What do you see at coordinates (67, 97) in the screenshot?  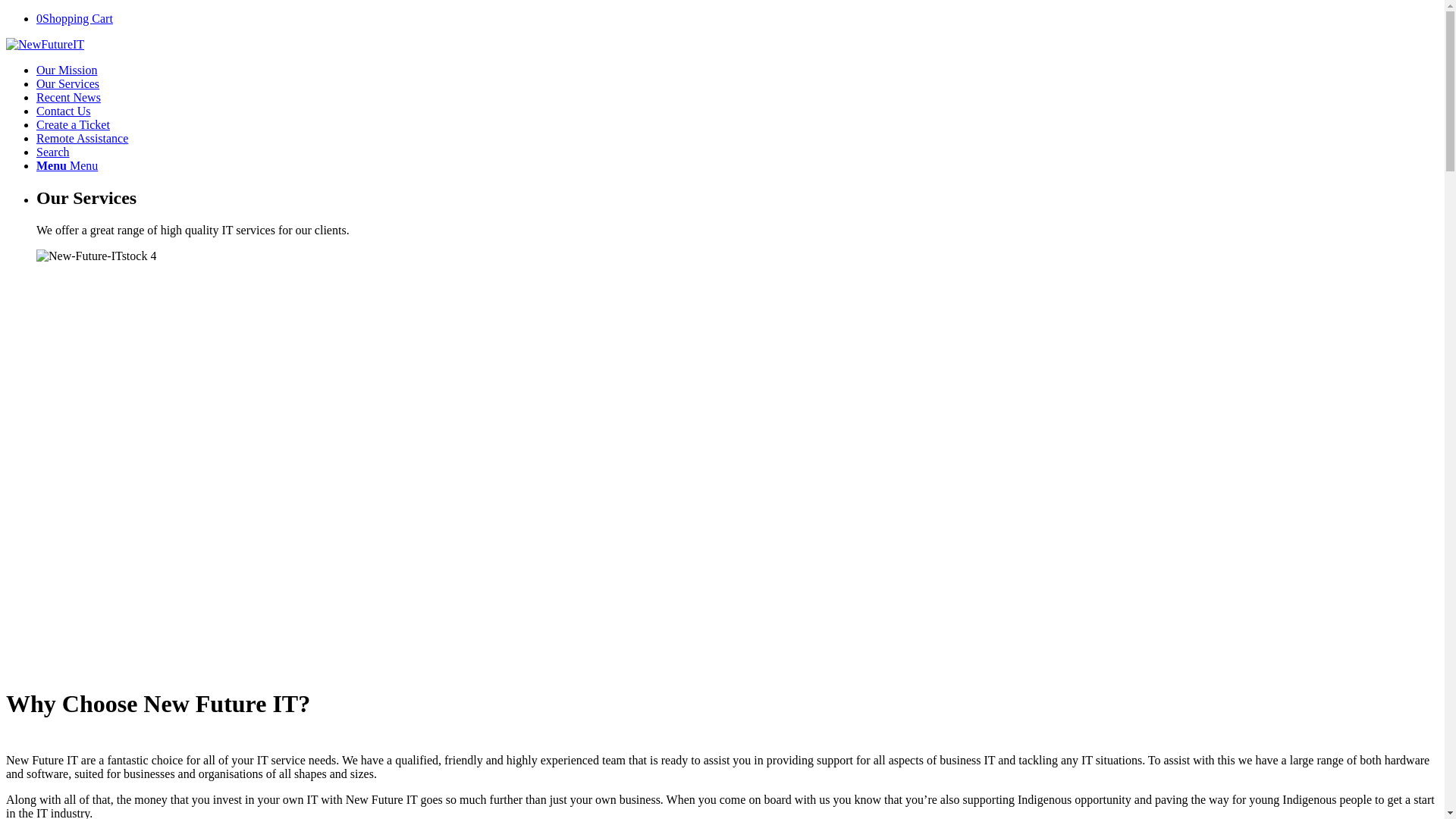 I see `'Recent News'` at bounding box center [67, 97].